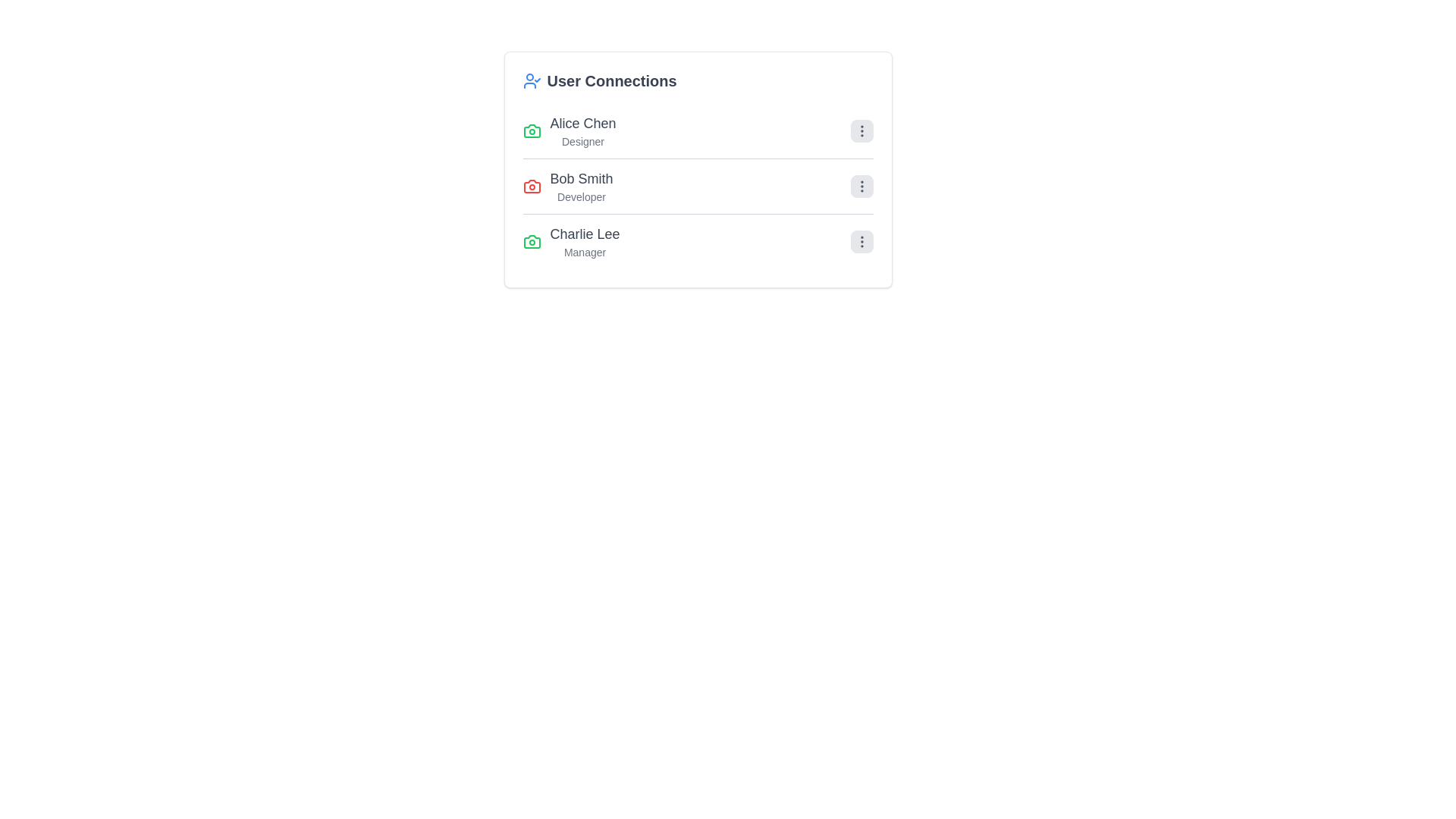 The width and height of the screenshot is (1456, 819). Describe the element at coordinates (532, 186) in the screenshot. I see `the camera icon located to the immediate left of the text 'Bob Smith' within the 'User Connections' list, which symbolizes photography functionality` at that location.